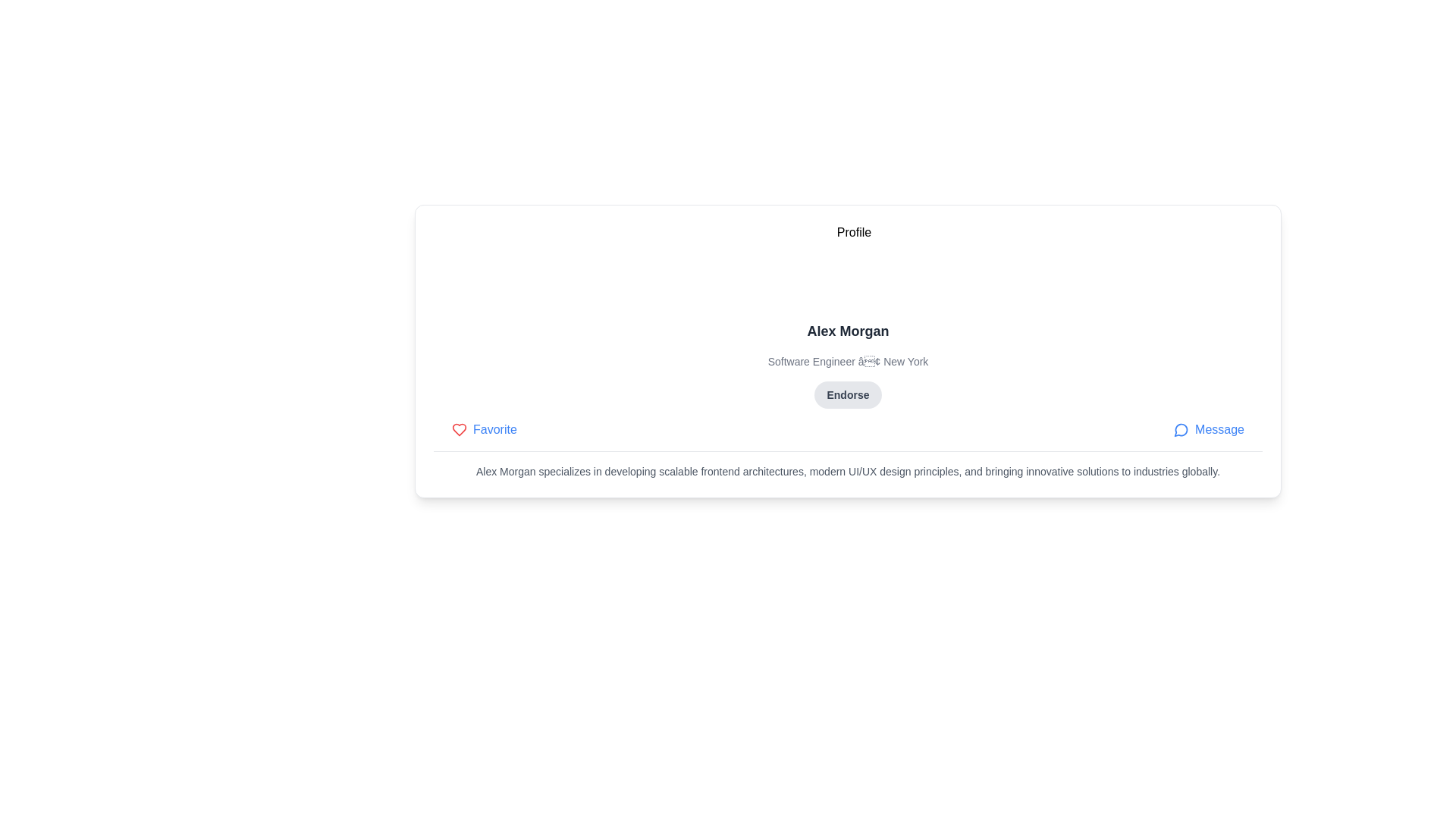  I want to click on the messaging icon located to the right of the 'Message' text within the user's profile card, so click(1181, 430).